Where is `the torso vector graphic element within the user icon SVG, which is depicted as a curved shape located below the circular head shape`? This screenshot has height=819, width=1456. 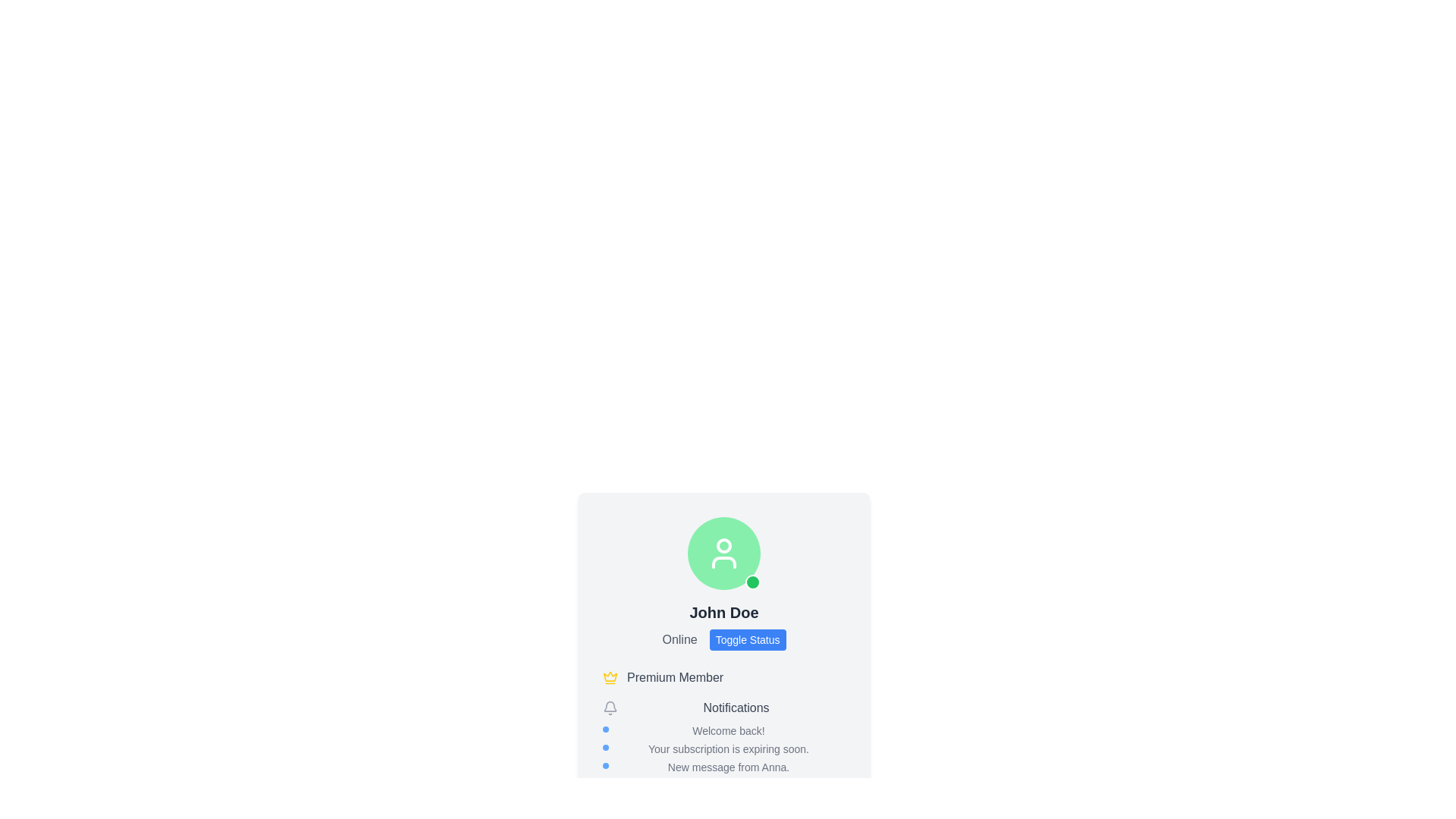
the torso vector graphic element within the user icon SVG, which is depicted as a curved shape located below the circular head shape is located at coordinates (723, 562).